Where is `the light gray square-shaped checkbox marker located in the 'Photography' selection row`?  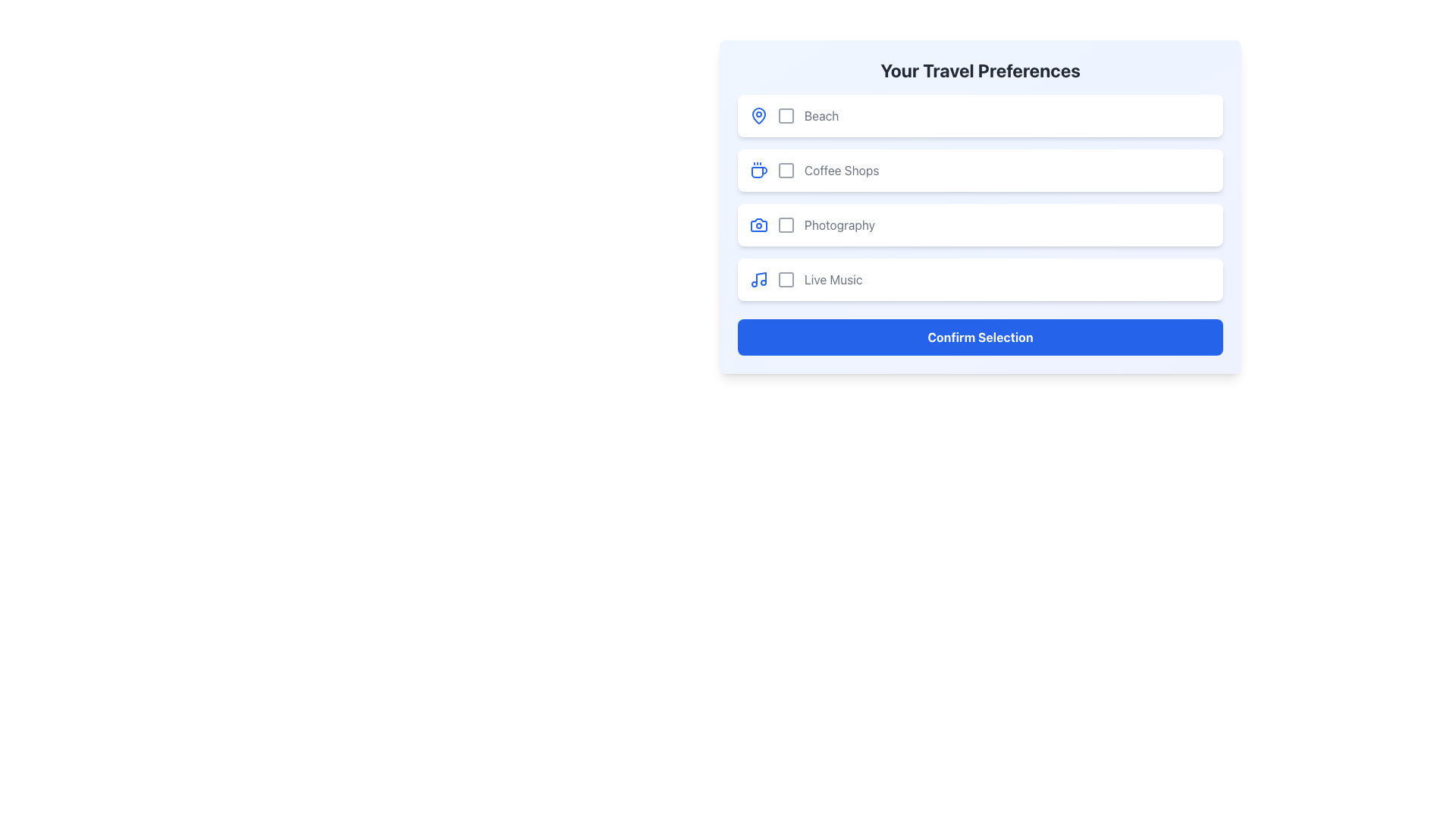 the light gray square-shaped checkbox marker located in the 'Photography' selection row is located at coordinates (786, 225).